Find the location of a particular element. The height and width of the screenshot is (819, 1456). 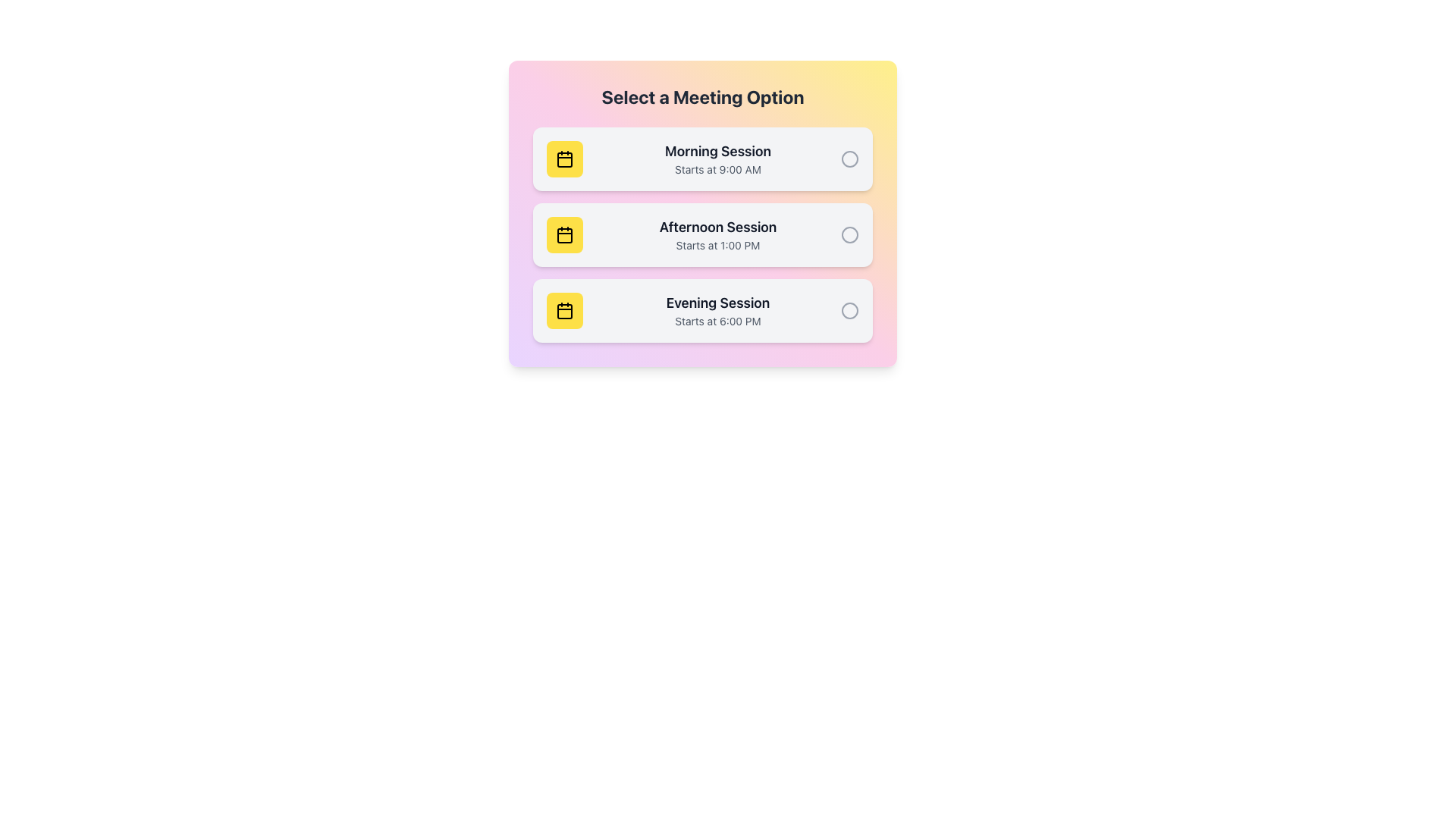

the 'Morning Session' radio button located at the far right of the first row in the option cards is located at coordinates (850, 158).